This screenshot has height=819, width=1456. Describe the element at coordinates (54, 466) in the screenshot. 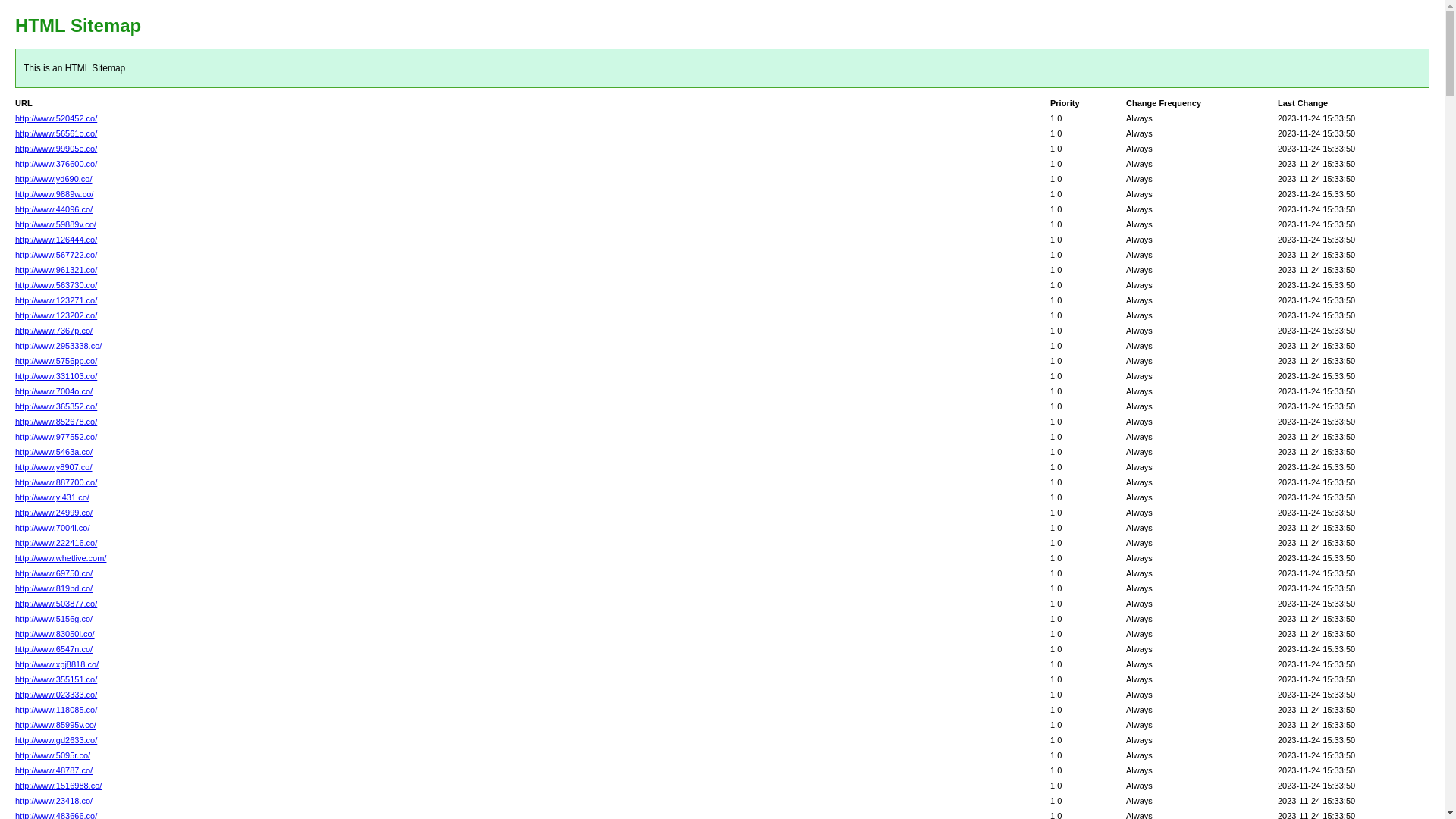

I see `'http://www.y8907.co/'` at that location.